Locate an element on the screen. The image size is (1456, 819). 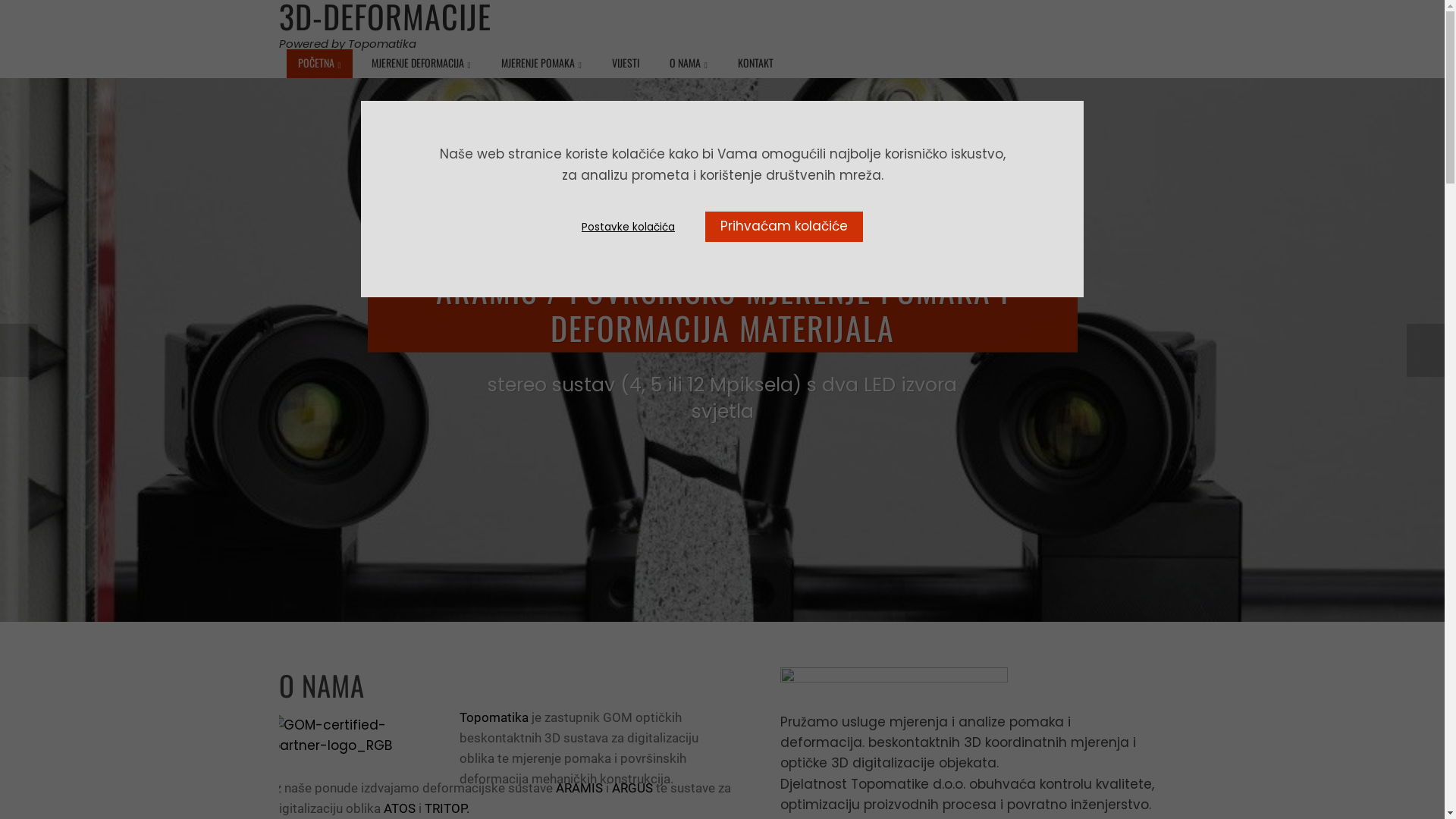
'MJERENJE DEFORMACIJA' is located at coordinates (421, 63).